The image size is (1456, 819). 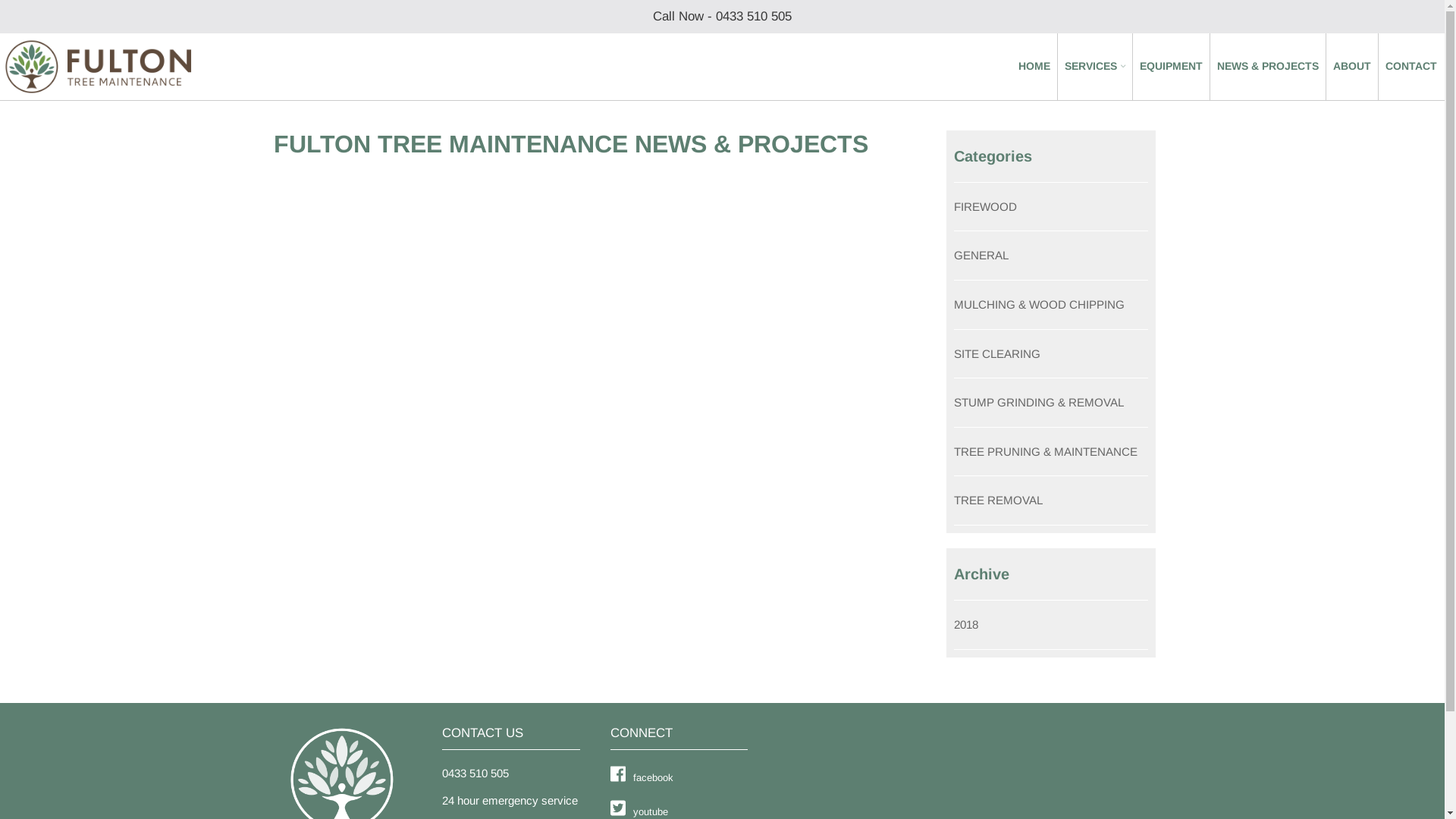 What do you see at coordinates (1267, 66) in the screenshot?
I see `'NEWS & PROJECTS'` at bounding box center [1267, 66].